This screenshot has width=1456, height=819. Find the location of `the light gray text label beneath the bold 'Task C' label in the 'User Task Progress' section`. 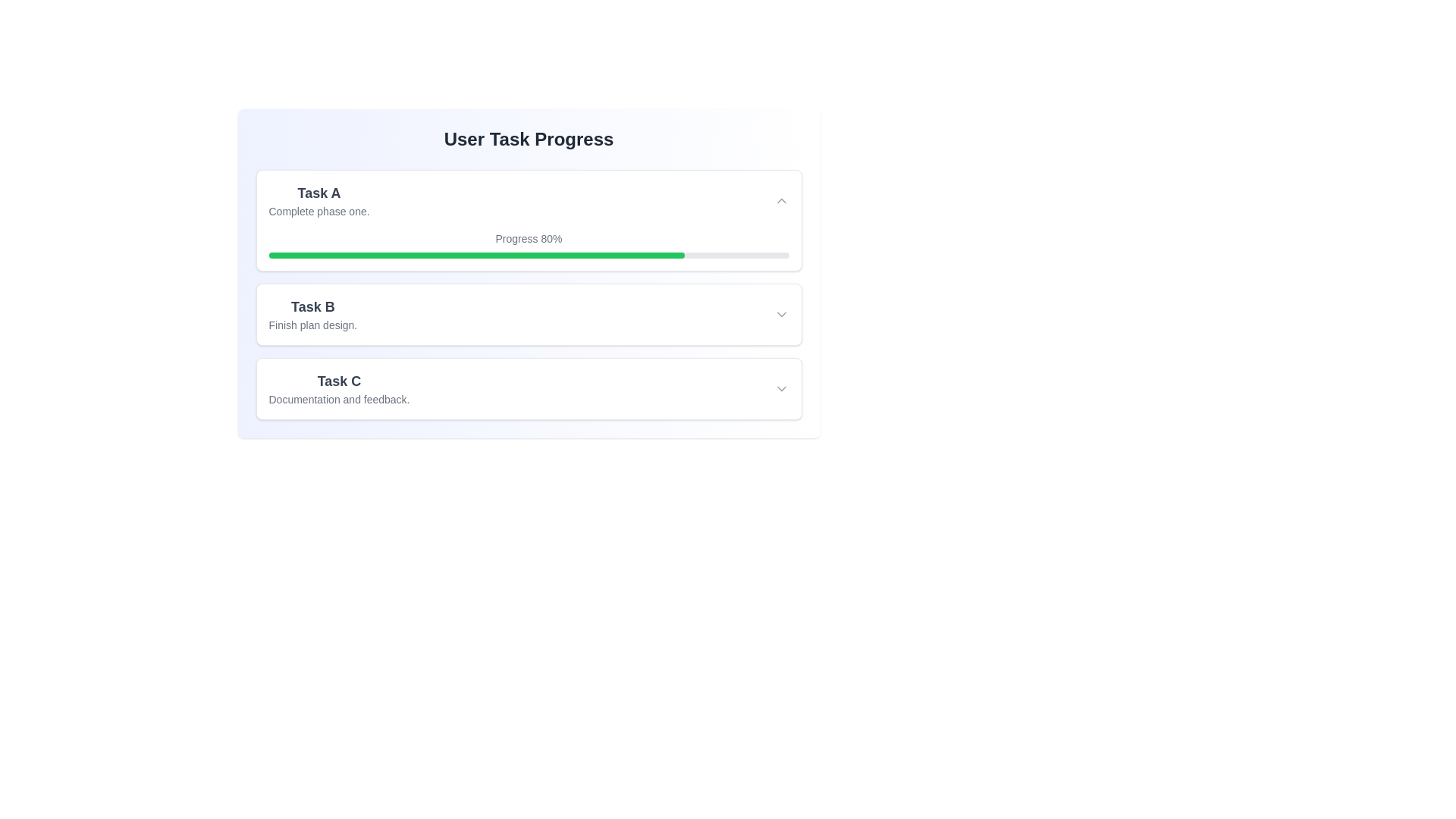

the light gray text label beneath the bold 'Task C' label in the 'User Task Progress' section is located at coordinates (338, 399).